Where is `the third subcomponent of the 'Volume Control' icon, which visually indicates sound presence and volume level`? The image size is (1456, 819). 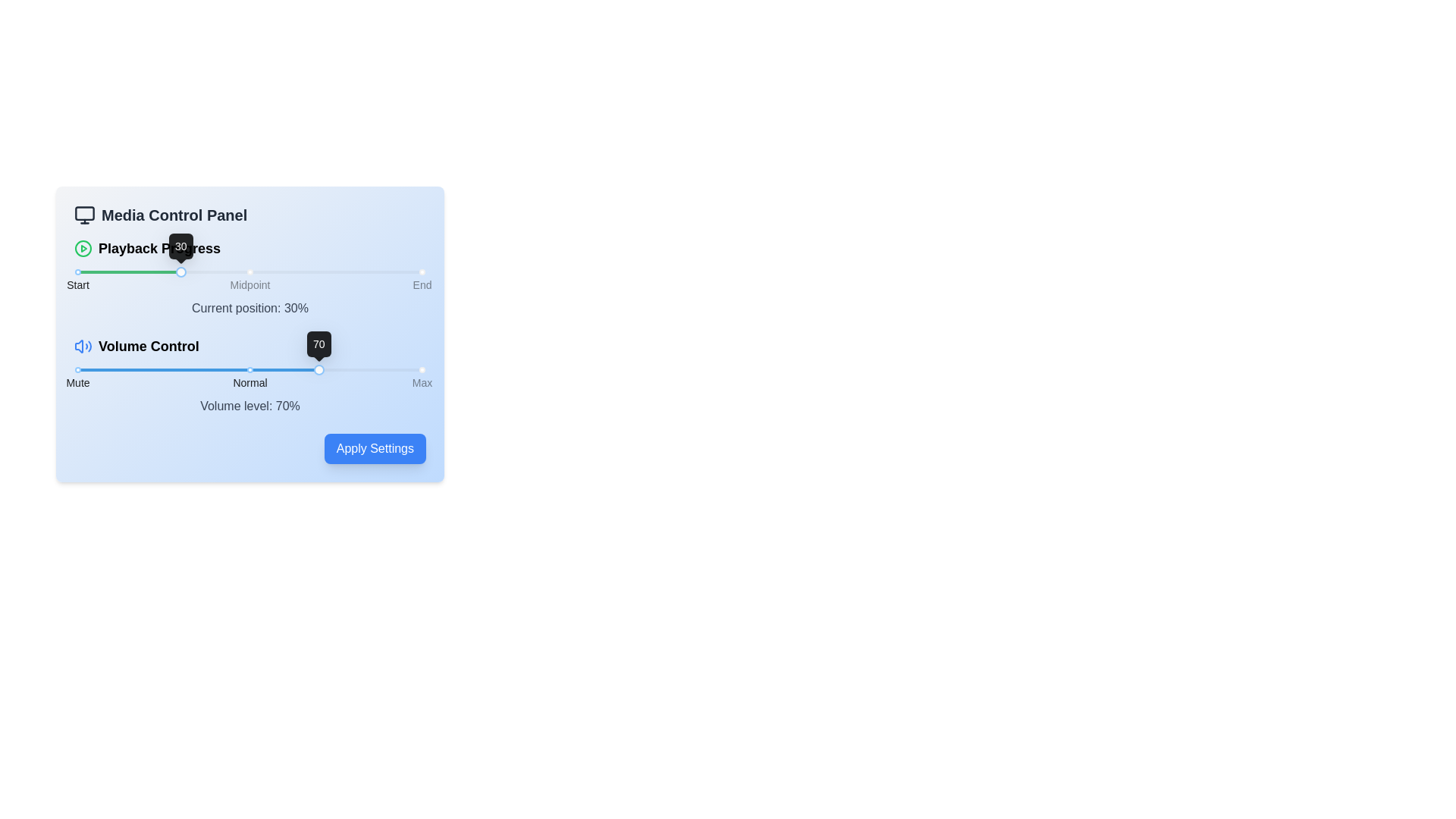 the third subcomponent of the 'Volume Control' icon, which visually indicates sound presence and volume level is located at coordinates (89, 346).